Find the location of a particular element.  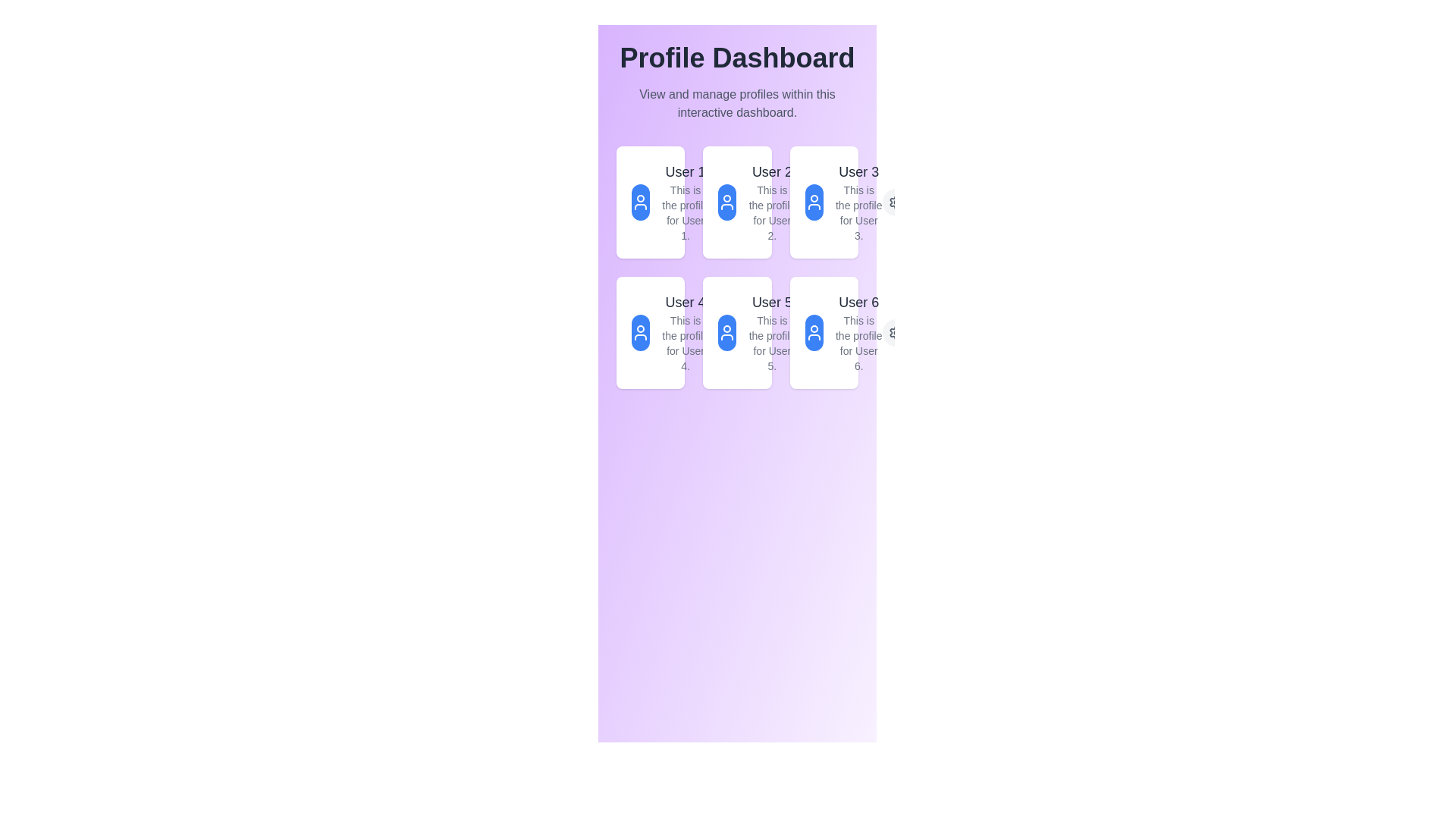

text component styled with a small font size and light gray color that reads 'This is the profile for User 5.' located below the heading 'User 5' is located at coordinates (772, 343).